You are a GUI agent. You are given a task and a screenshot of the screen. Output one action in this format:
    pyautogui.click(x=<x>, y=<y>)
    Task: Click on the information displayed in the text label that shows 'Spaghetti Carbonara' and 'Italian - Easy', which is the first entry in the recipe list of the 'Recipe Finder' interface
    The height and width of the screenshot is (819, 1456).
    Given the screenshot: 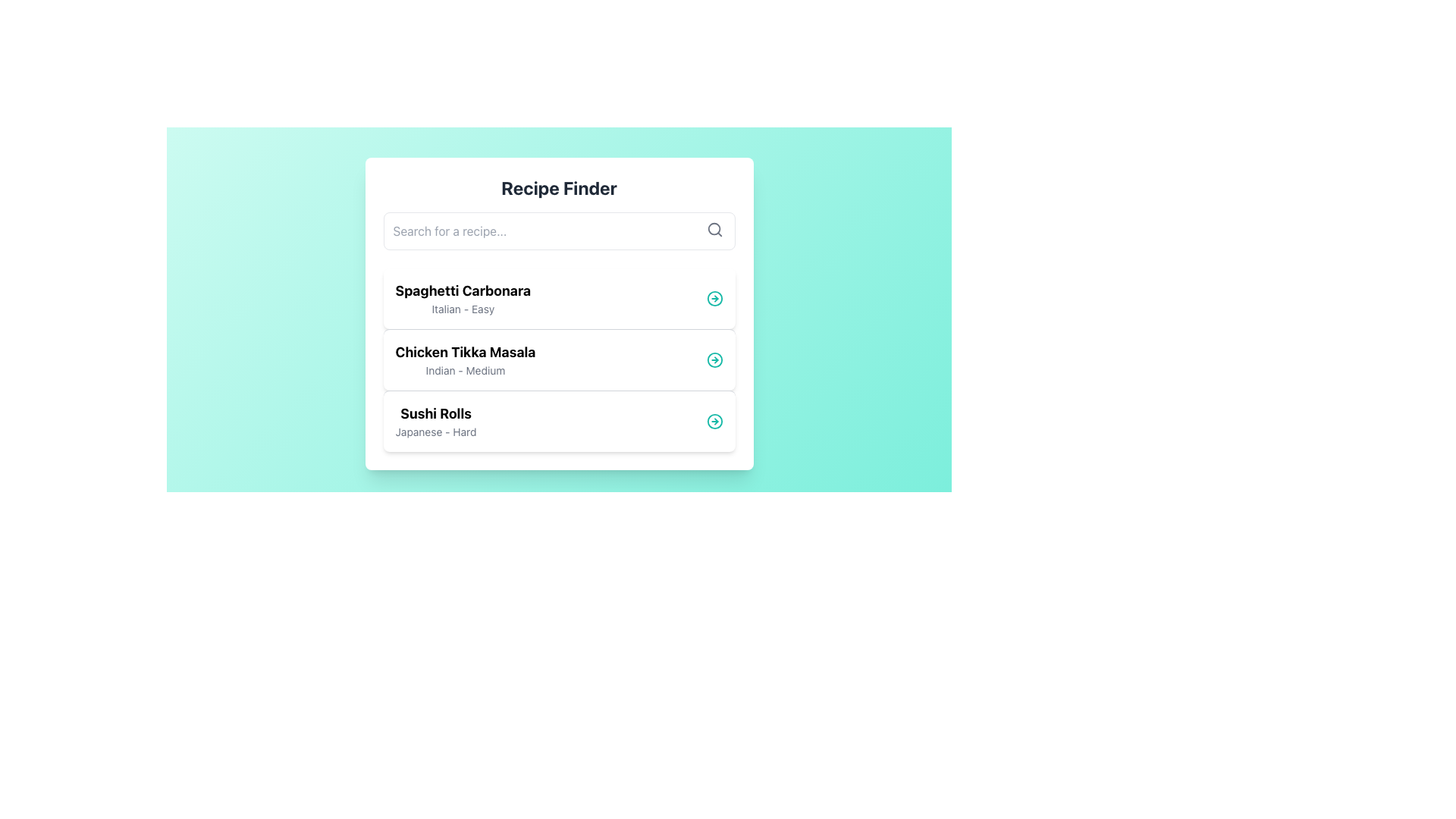 What is the action you would take?
    pyautogui.click(x=462, y=298)
    